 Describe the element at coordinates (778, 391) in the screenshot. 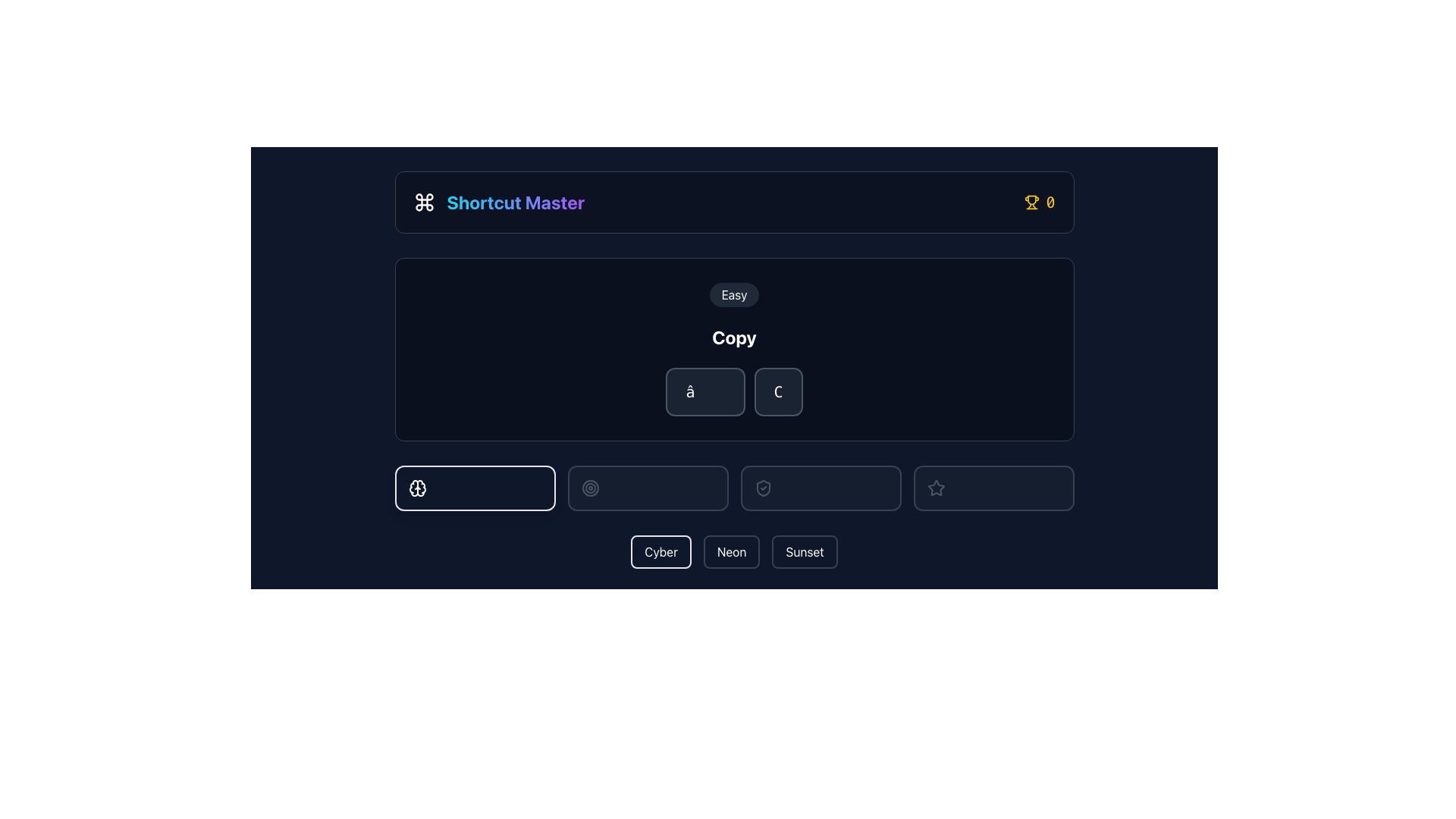

I see `the rounded rectangular button with a dark background and the text 'C' in a white monospace font to observe any hover effects` at that location.